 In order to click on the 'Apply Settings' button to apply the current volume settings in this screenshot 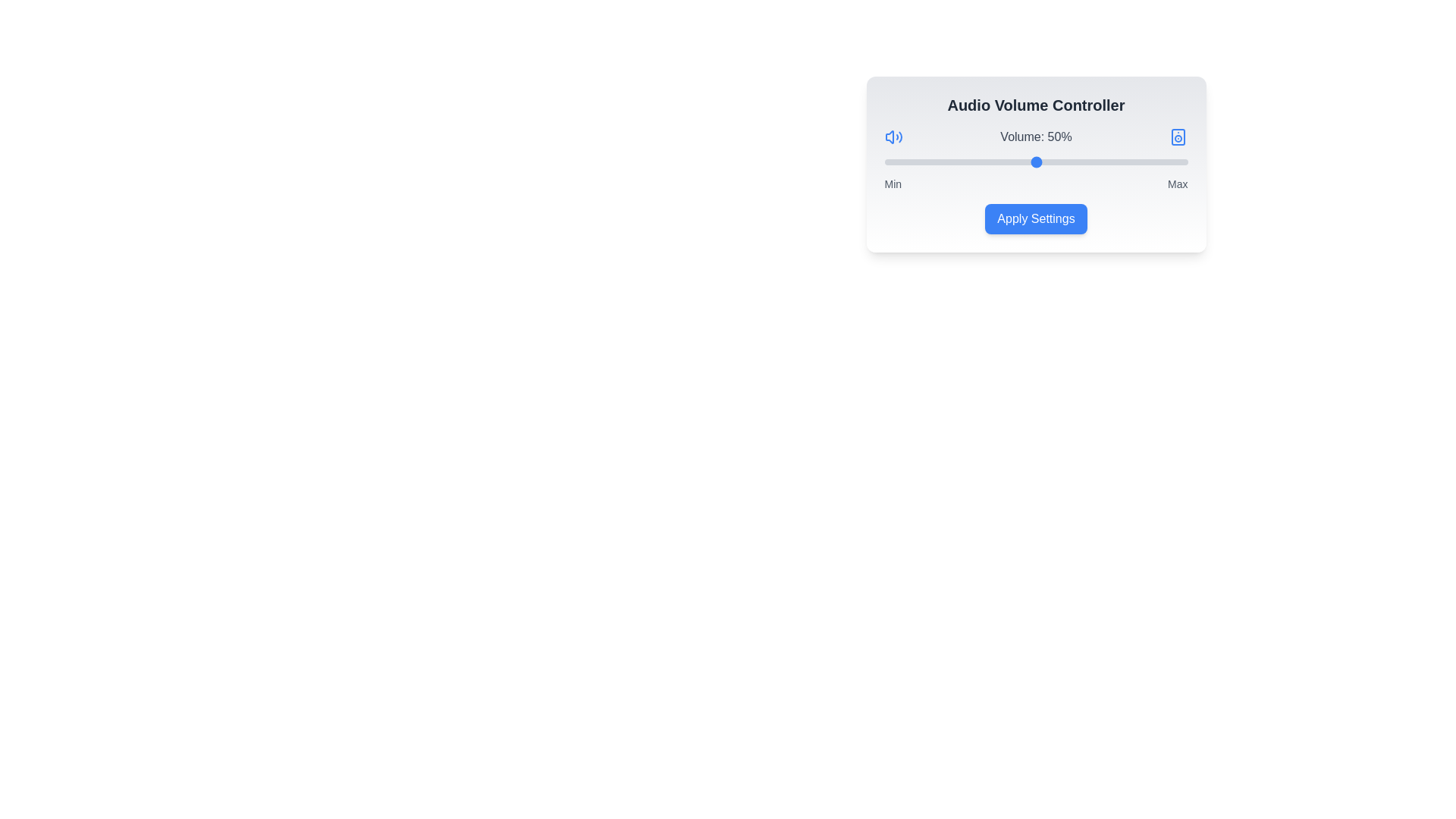, I will do `click(1035, 219)`.